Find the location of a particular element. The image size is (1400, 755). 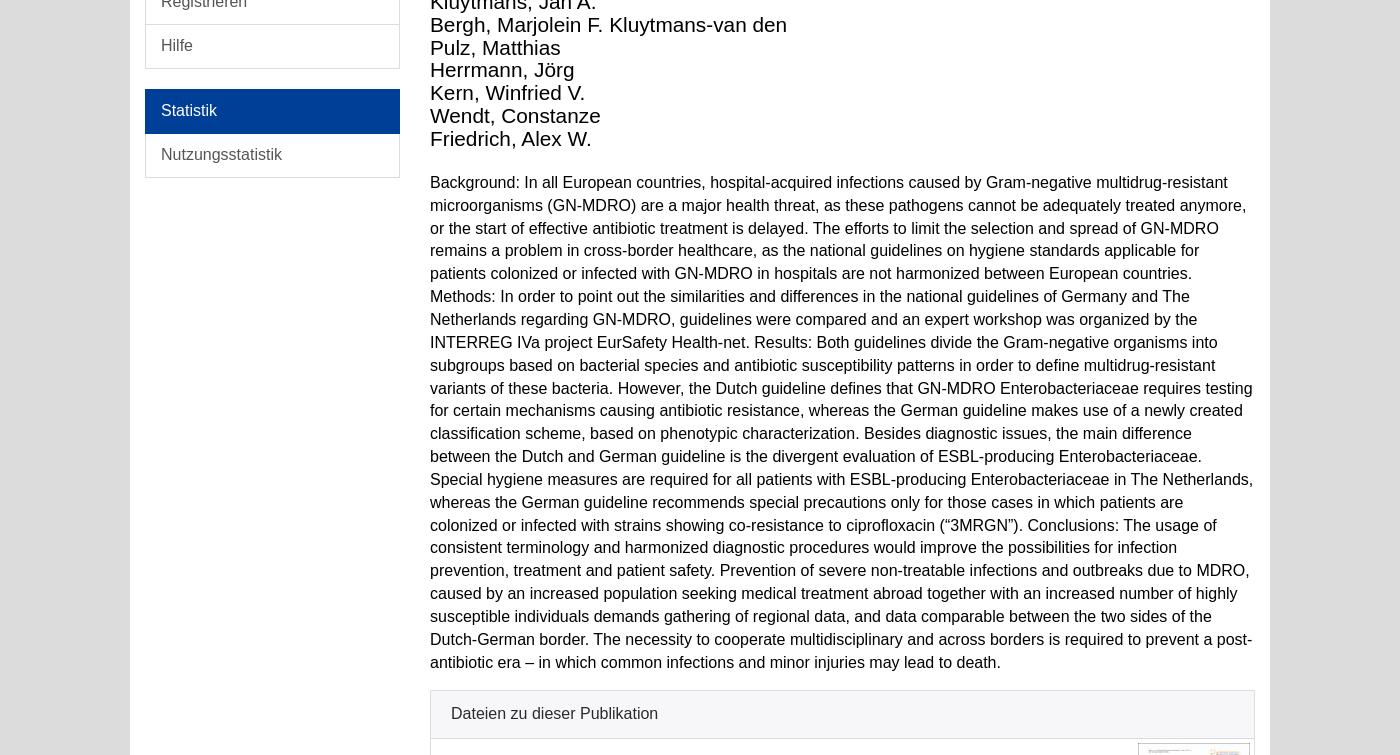

'Kern, Winfried V.' is located at coordinates (507, 92).